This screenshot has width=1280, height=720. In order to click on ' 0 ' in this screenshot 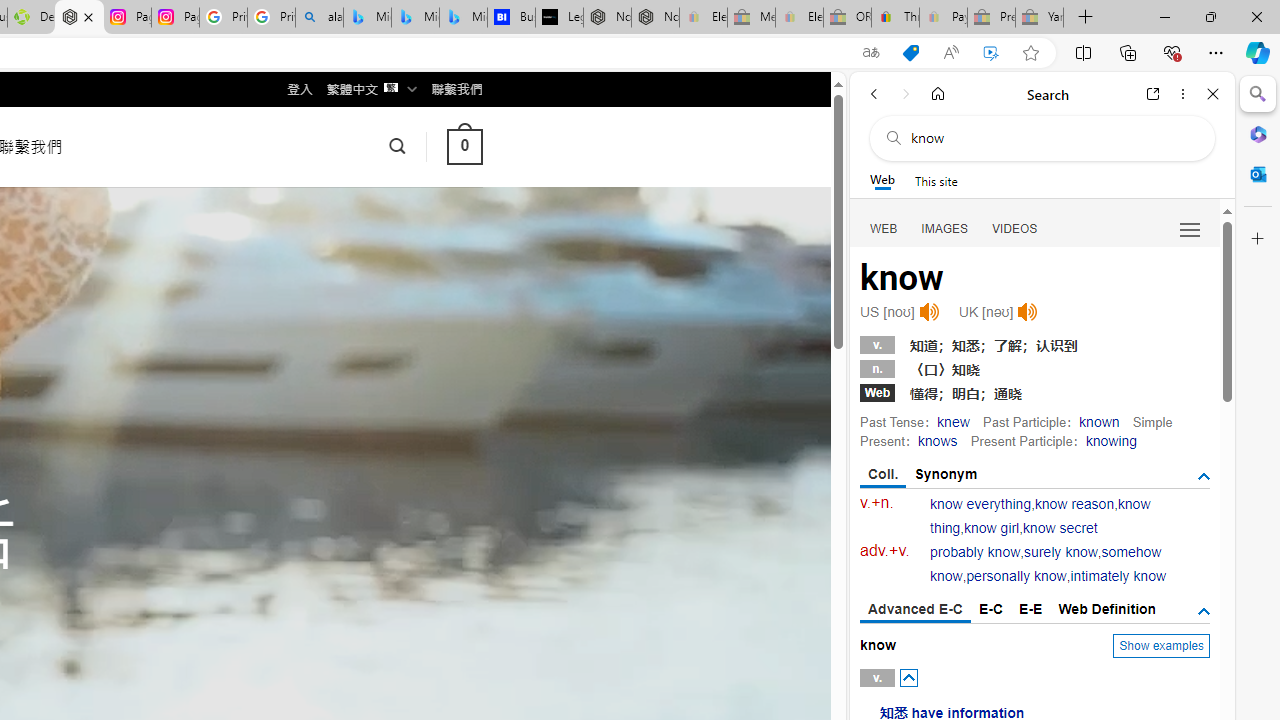, I will do `click(463, 145)`.